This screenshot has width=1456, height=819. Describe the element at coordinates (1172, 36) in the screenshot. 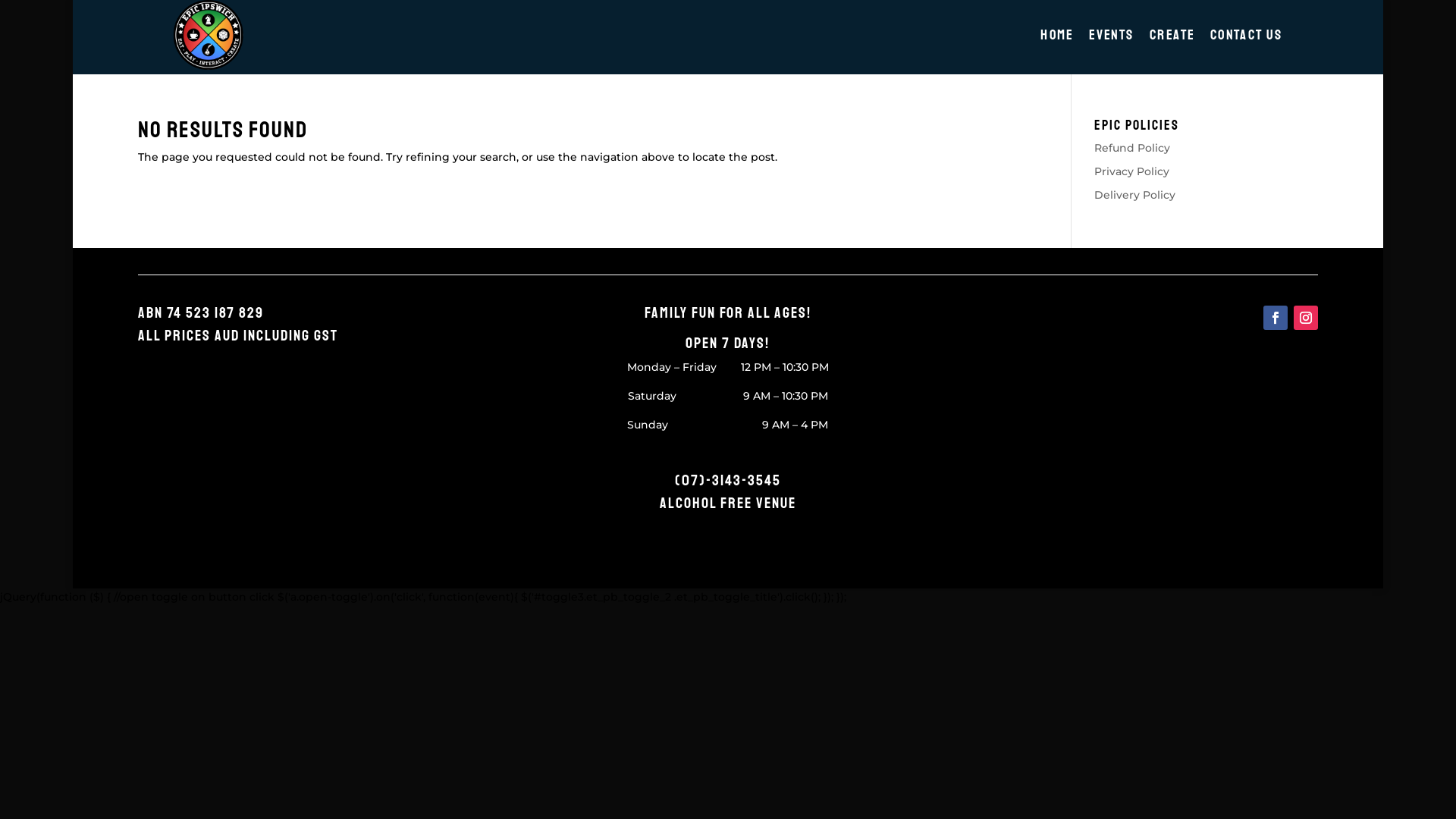

I see `'Create'` at that location.